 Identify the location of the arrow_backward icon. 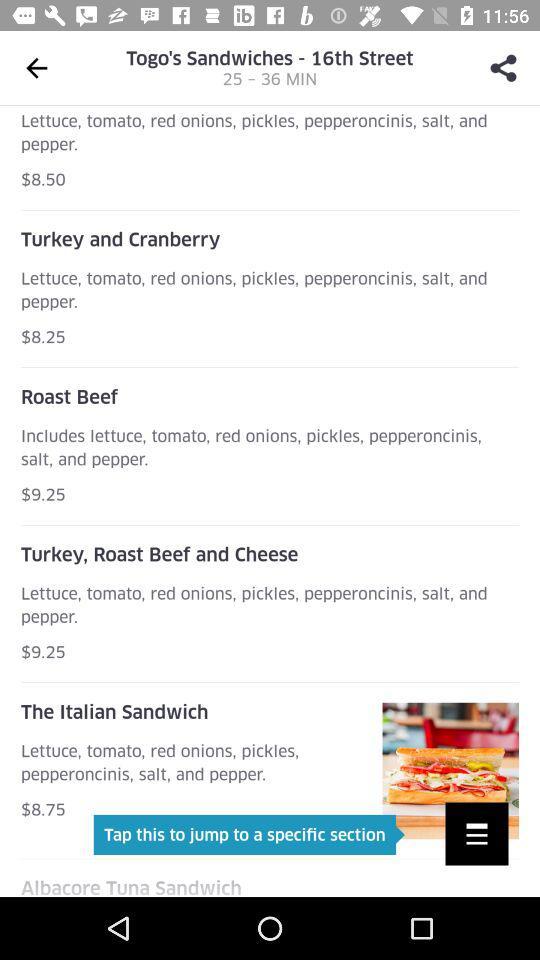
(36, 68).